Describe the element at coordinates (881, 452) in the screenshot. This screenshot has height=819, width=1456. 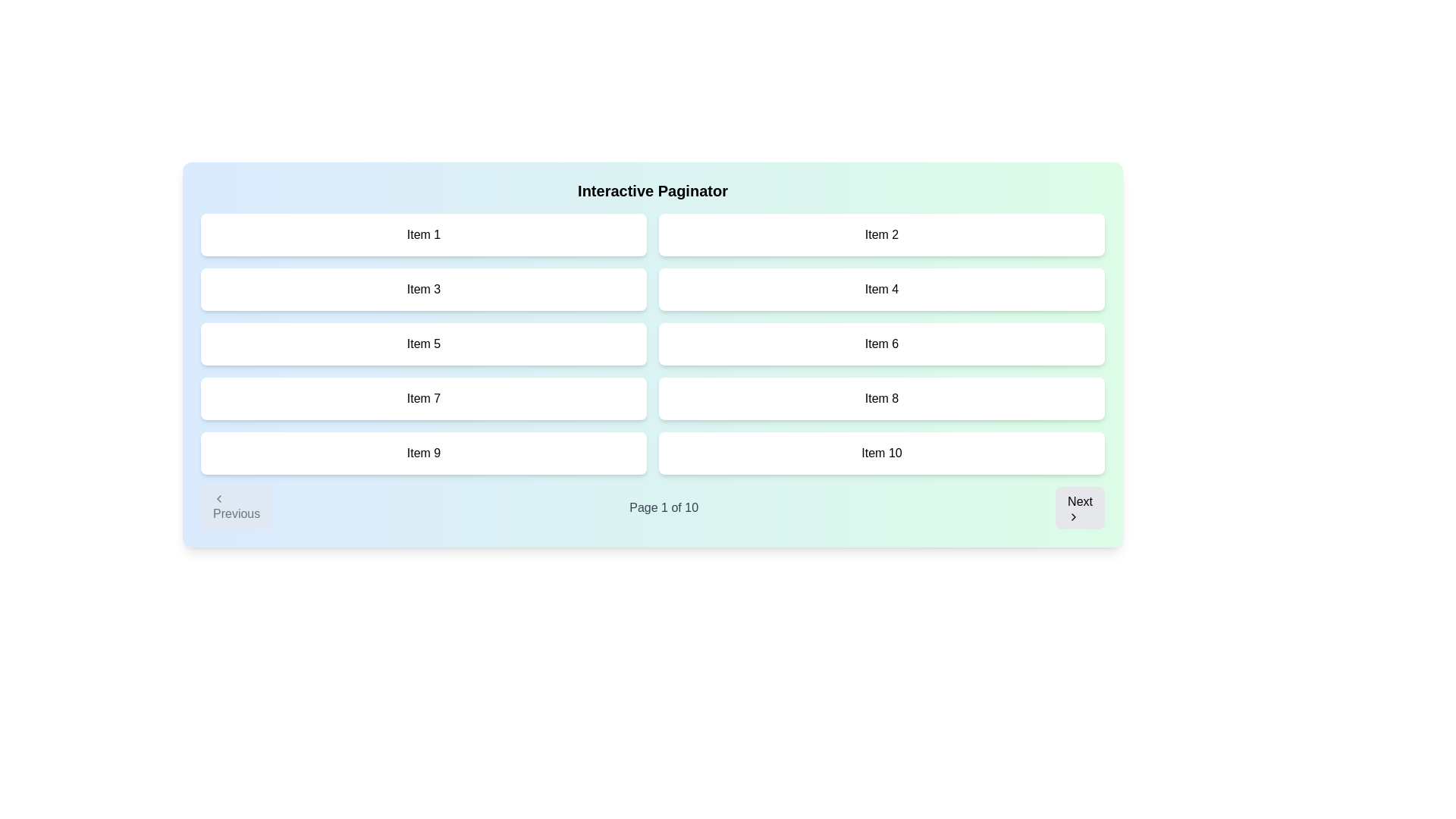
I see `the card displaying 'Item 10' with a white background and rounded corners located in the bottom-right of a grid of cards` at that location.